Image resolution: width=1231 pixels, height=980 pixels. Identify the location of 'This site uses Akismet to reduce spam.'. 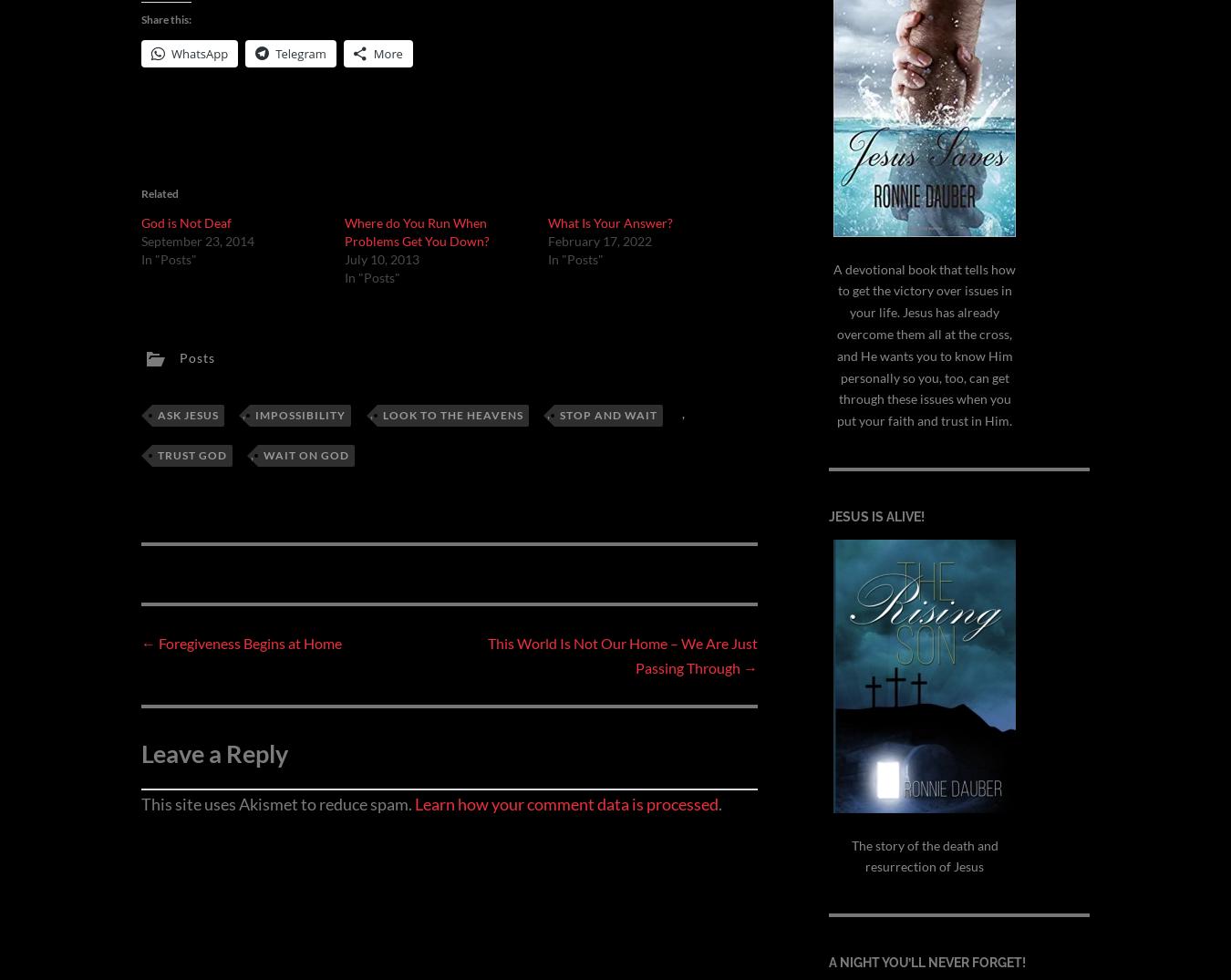
(276, 955).